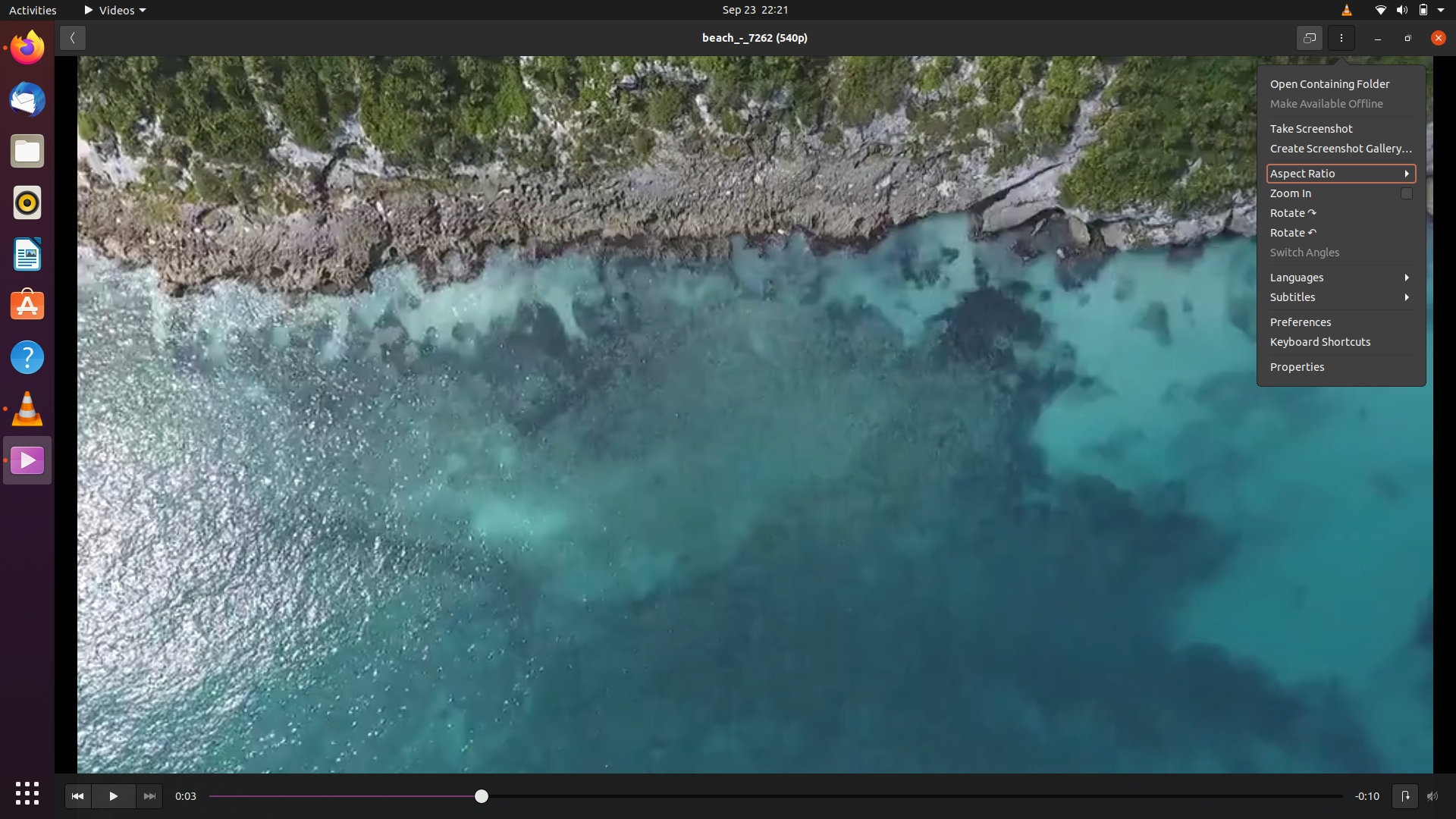  What do you see at coordinates (1316, 795) in the screenshot?
I see `Go to the end of the current video` at bounding box center [1316, 795].